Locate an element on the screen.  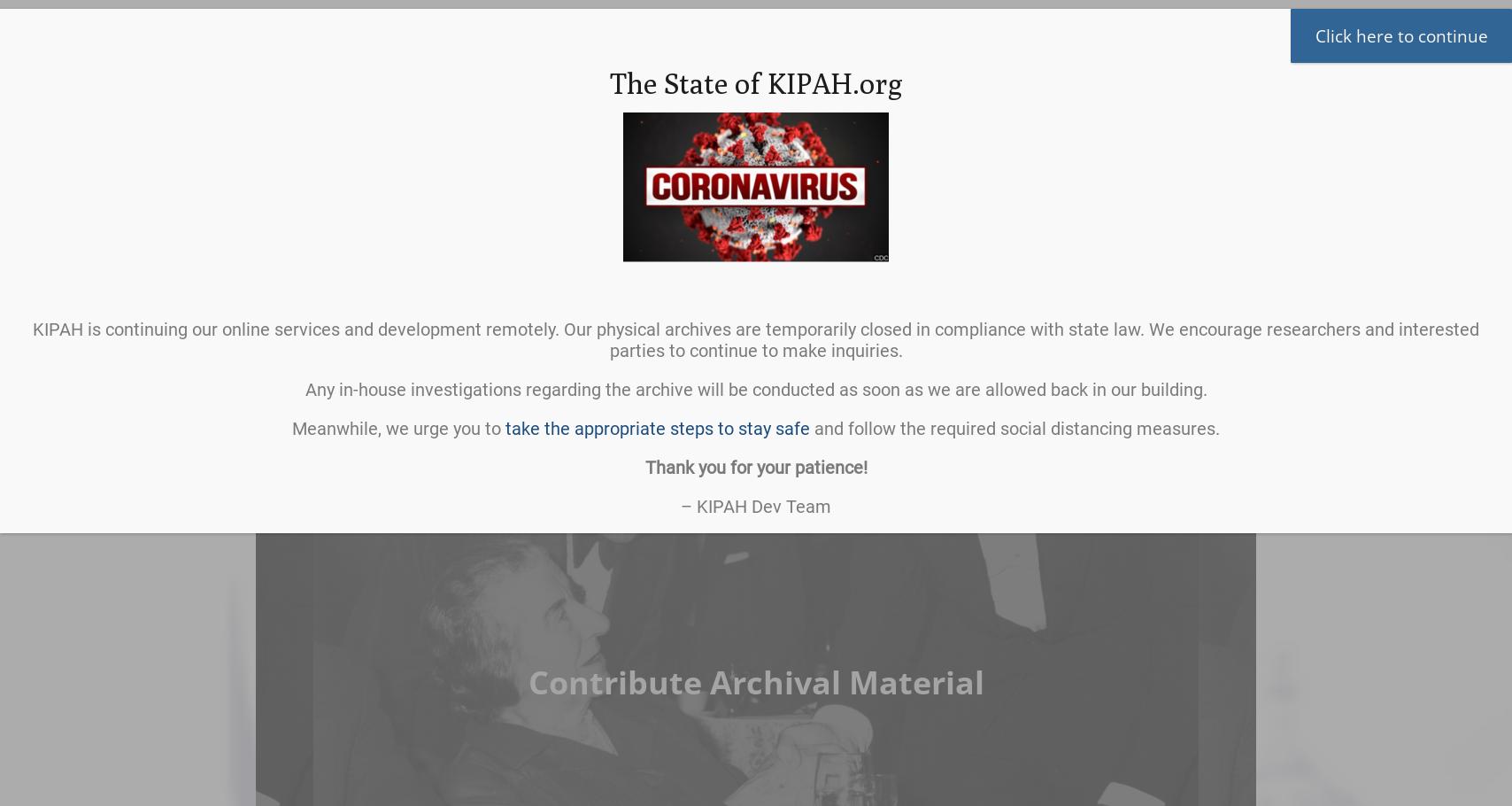
'Meanwhile, we urge you to' is located at coordinates (398, 428).